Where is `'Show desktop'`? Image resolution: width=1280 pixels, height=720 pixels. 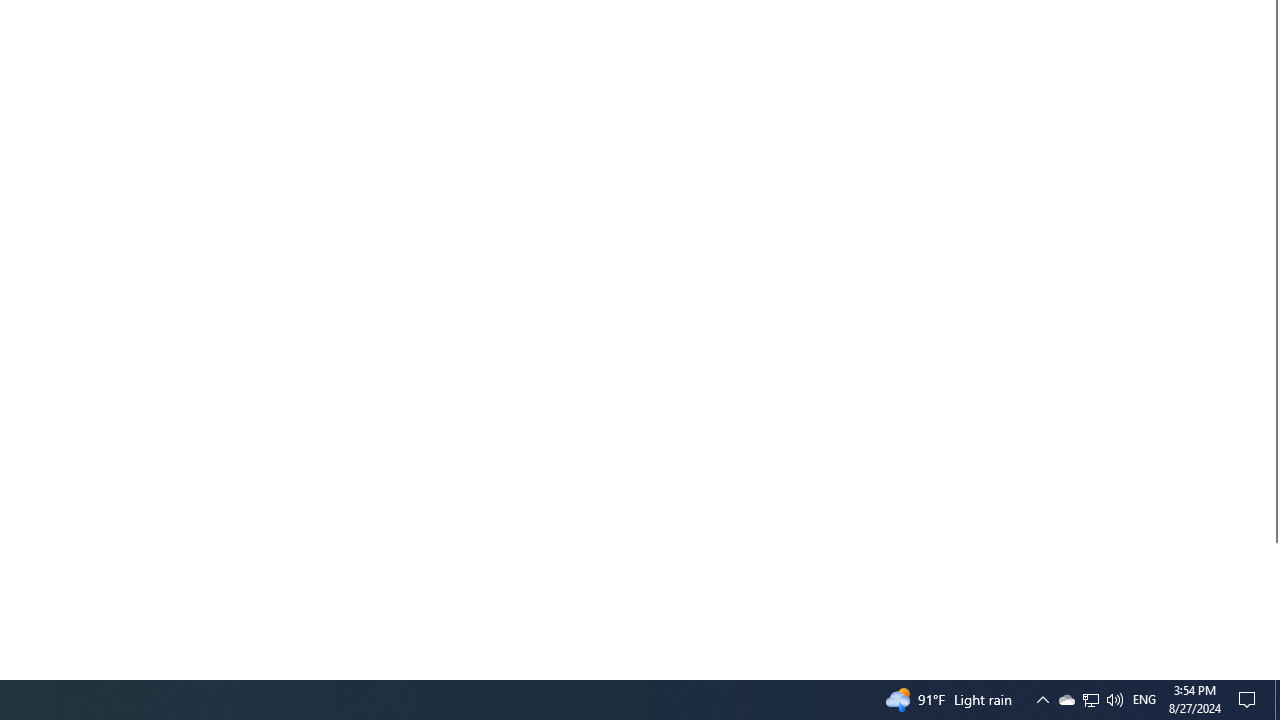 'Show desktop' is located at coordinates (1276, 698).